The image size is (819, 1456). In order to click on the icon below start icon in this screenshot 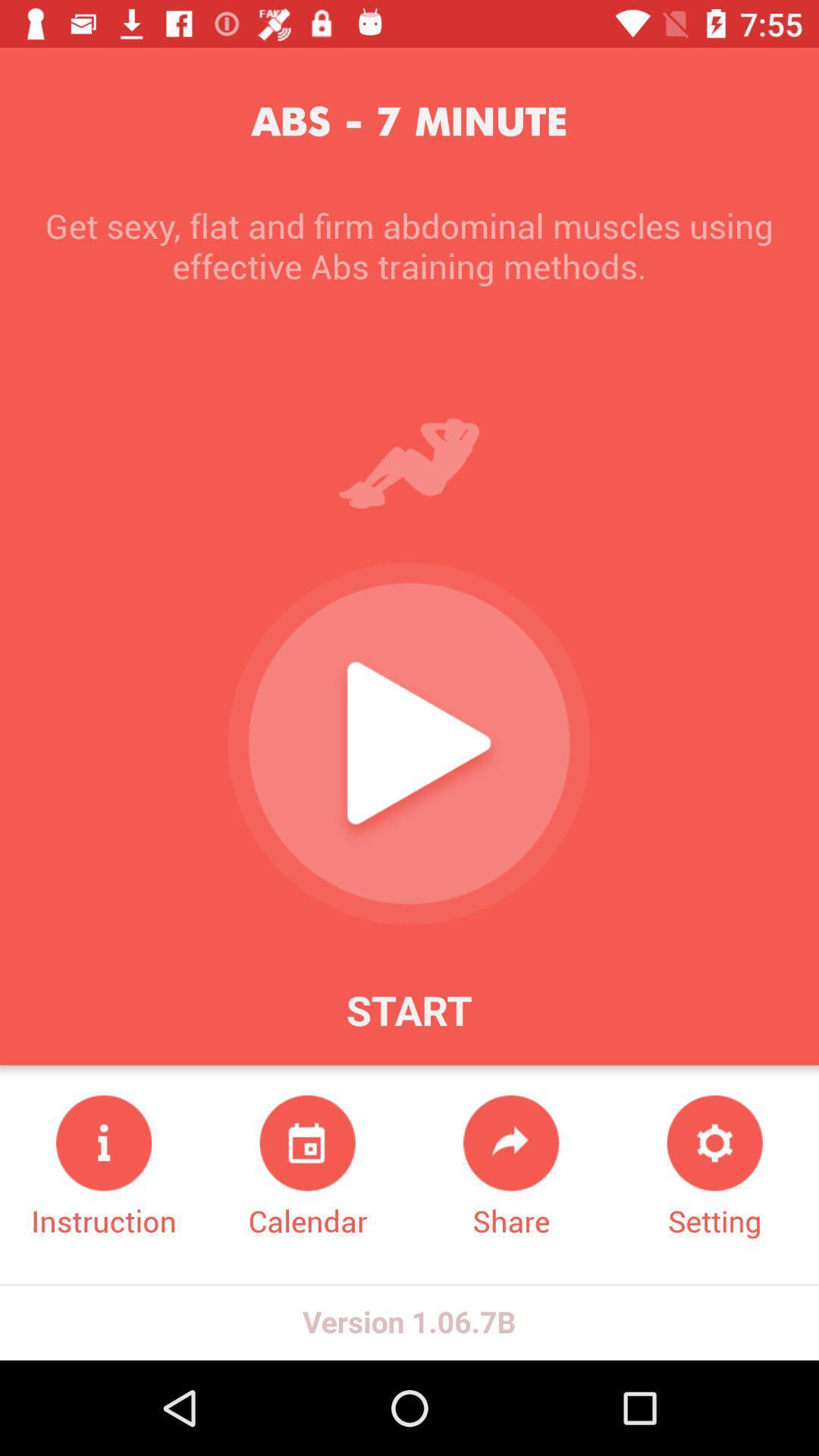, I will do `click(307, 1167)`.